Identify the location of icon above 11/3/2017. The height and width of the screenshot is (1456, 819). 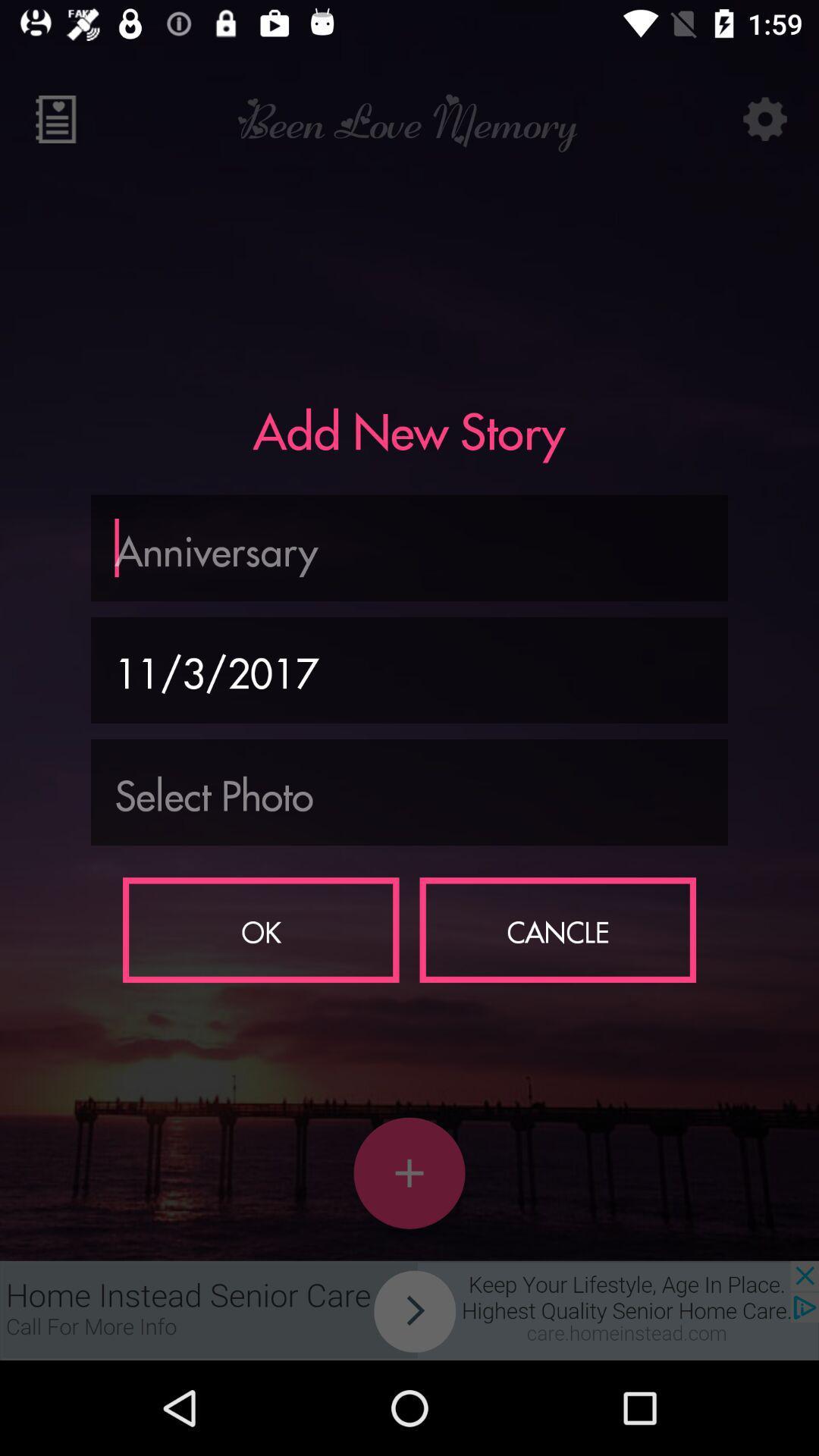
(409, 547).